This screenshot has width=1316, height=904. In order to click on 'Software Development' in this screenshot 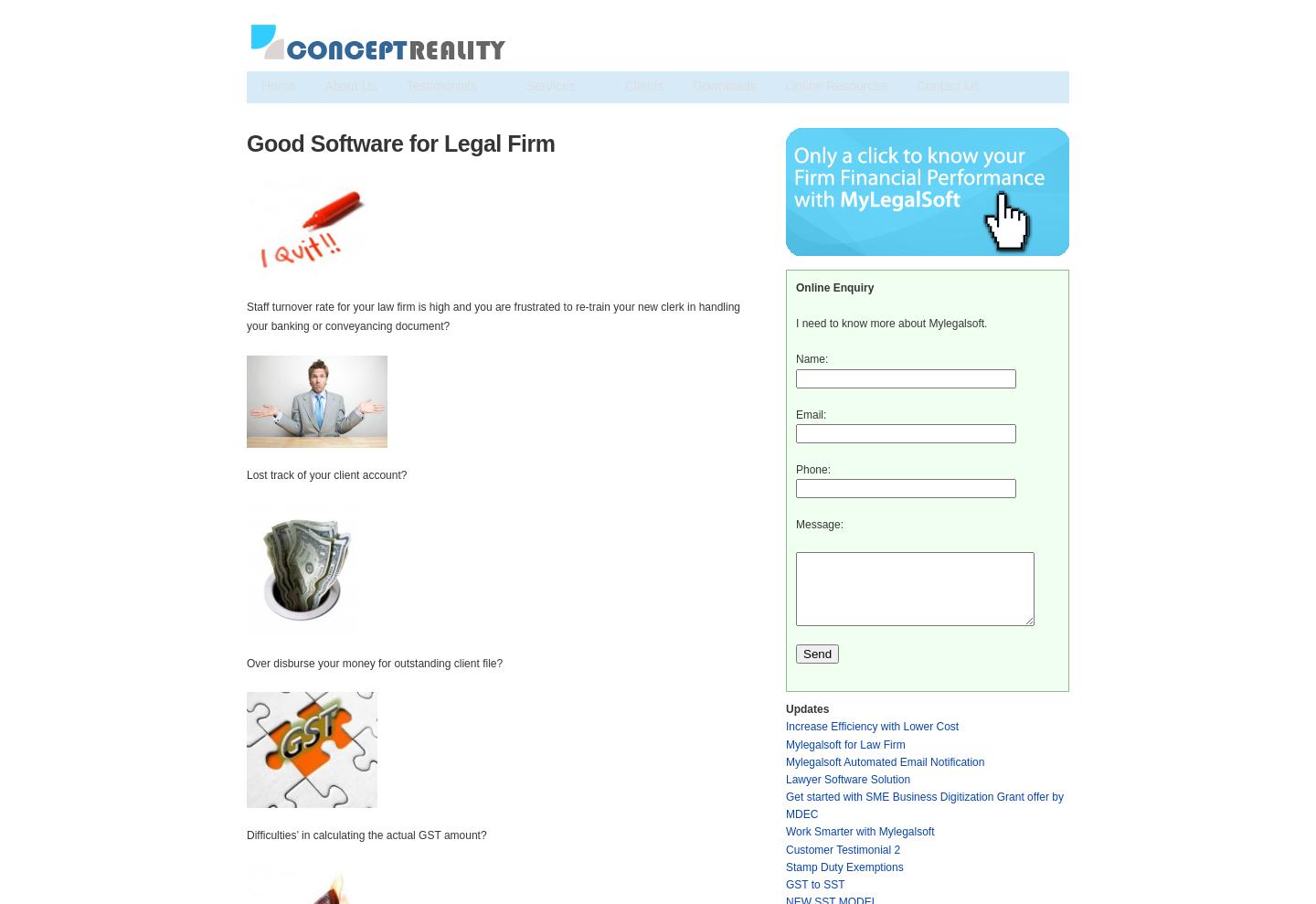, I will do `click(315, 148)`.